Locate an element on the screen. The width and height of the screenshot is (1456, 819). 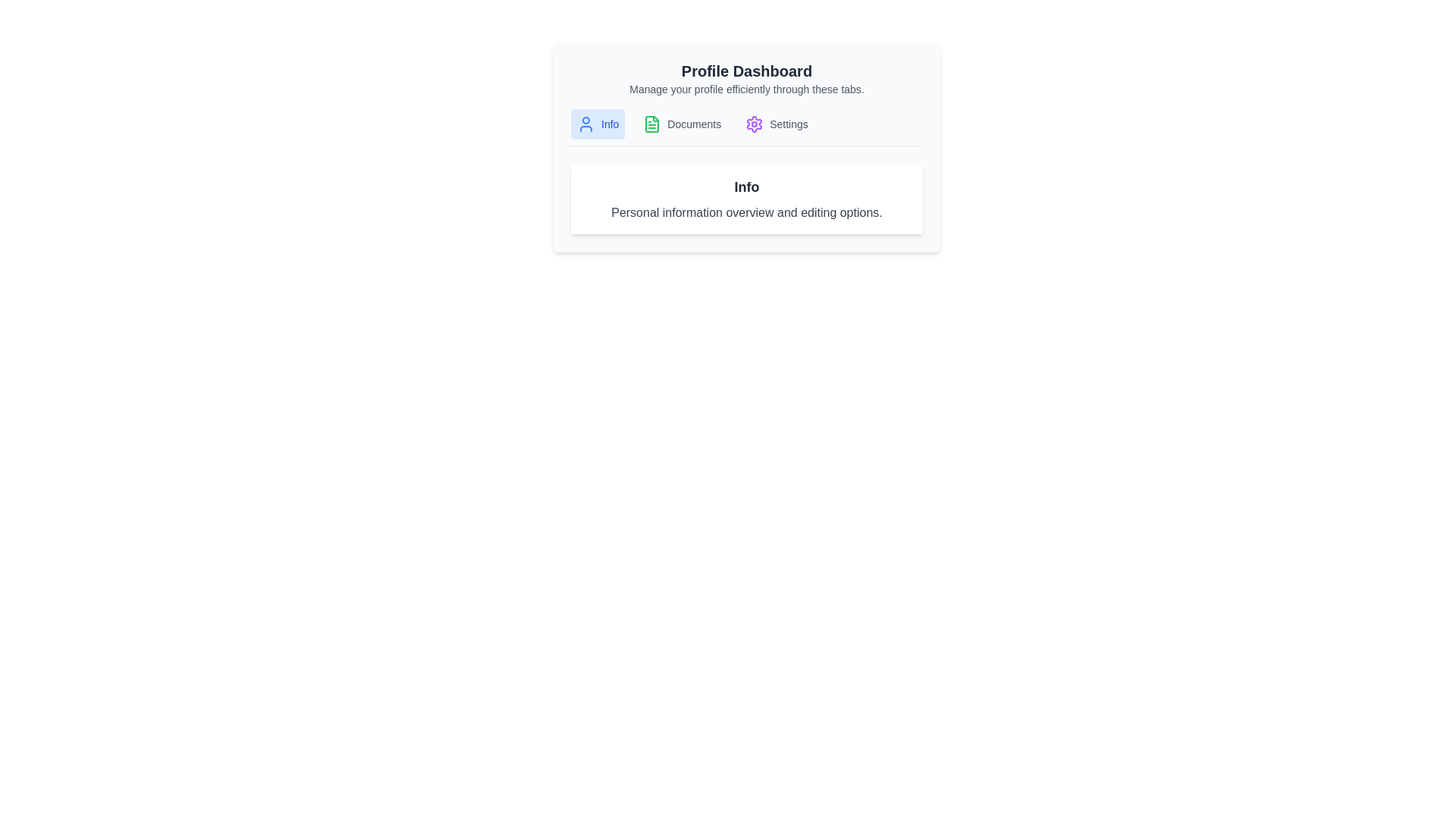
the Settings tab to view its content is located at coordinates (777, 124).